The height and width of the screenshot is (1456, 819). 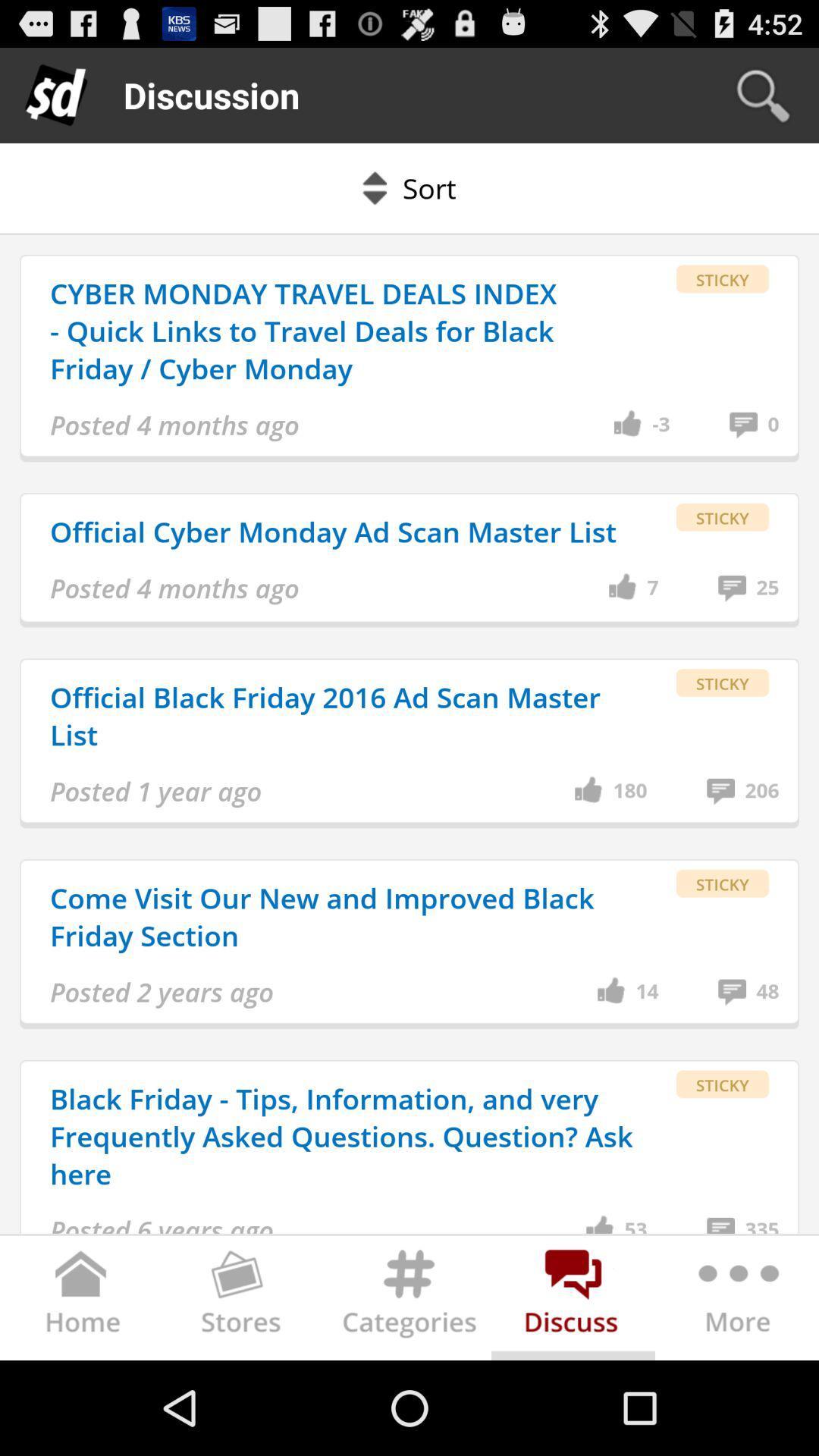 I want to click on the home icon, so click(x=82, y=1392).